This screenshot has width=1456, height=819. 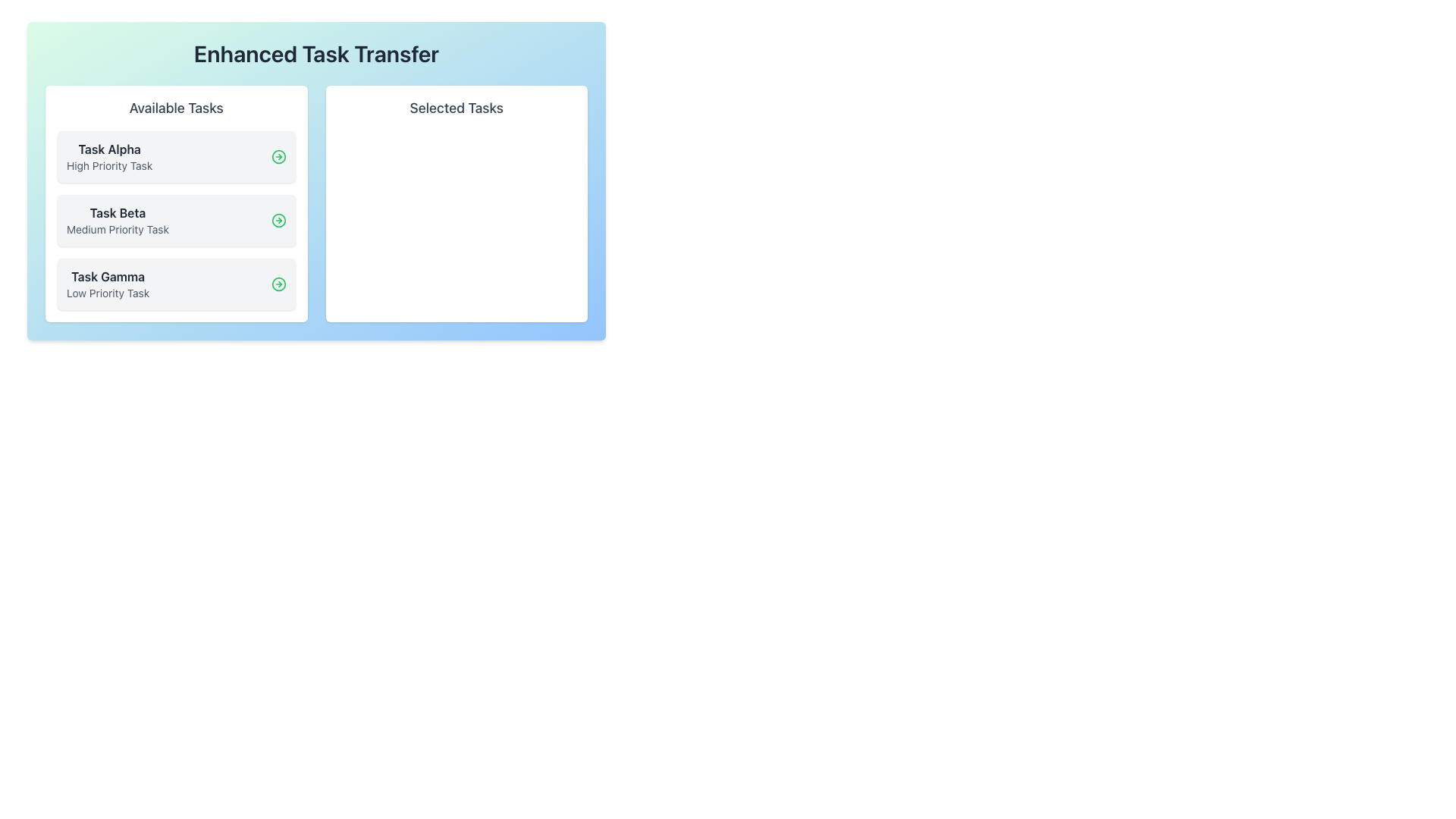 What do you see at coordinates (108, 166) in the screenshot?
I see `the descriptive Label indicating high priority for 'Task Alpha', located below the task title in the 'Available Tasks' section` at bounding box center [108, 166].